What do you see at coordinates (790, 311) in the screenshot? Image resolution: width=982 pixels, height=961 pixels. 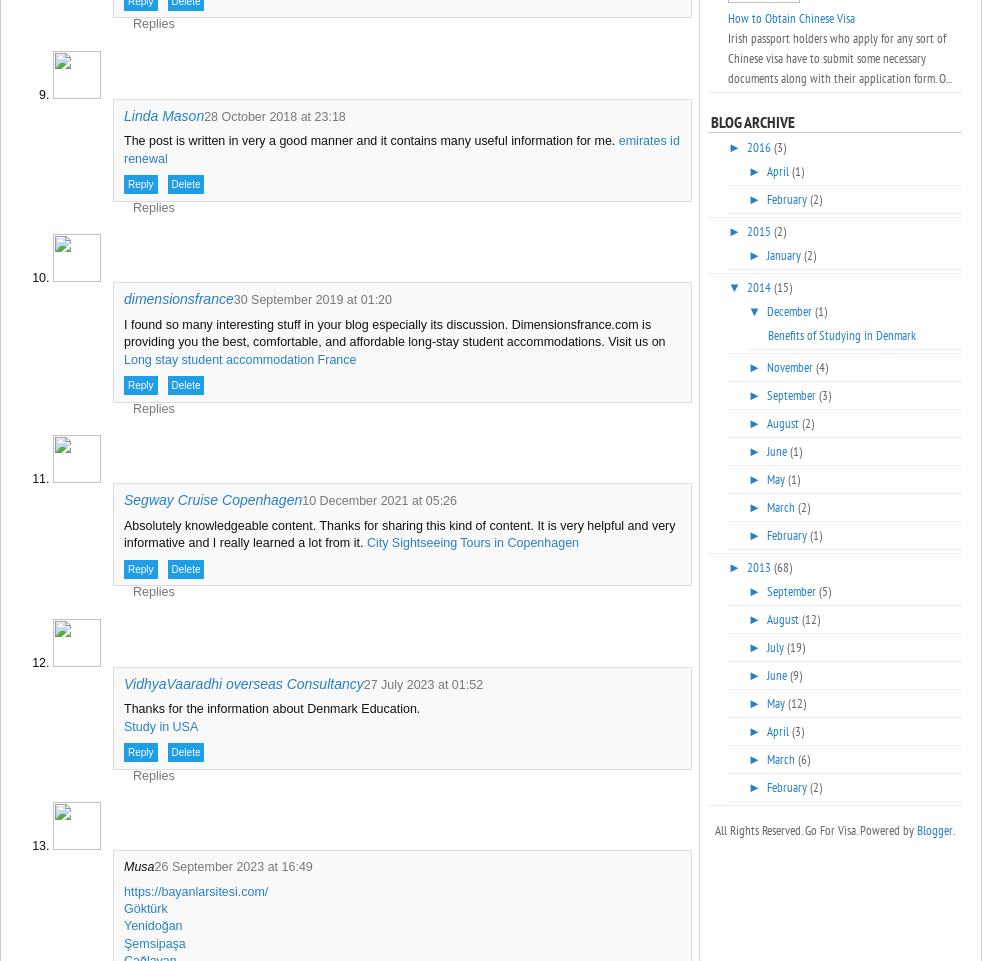 I see `'December'` at bounding box center [790, 311].